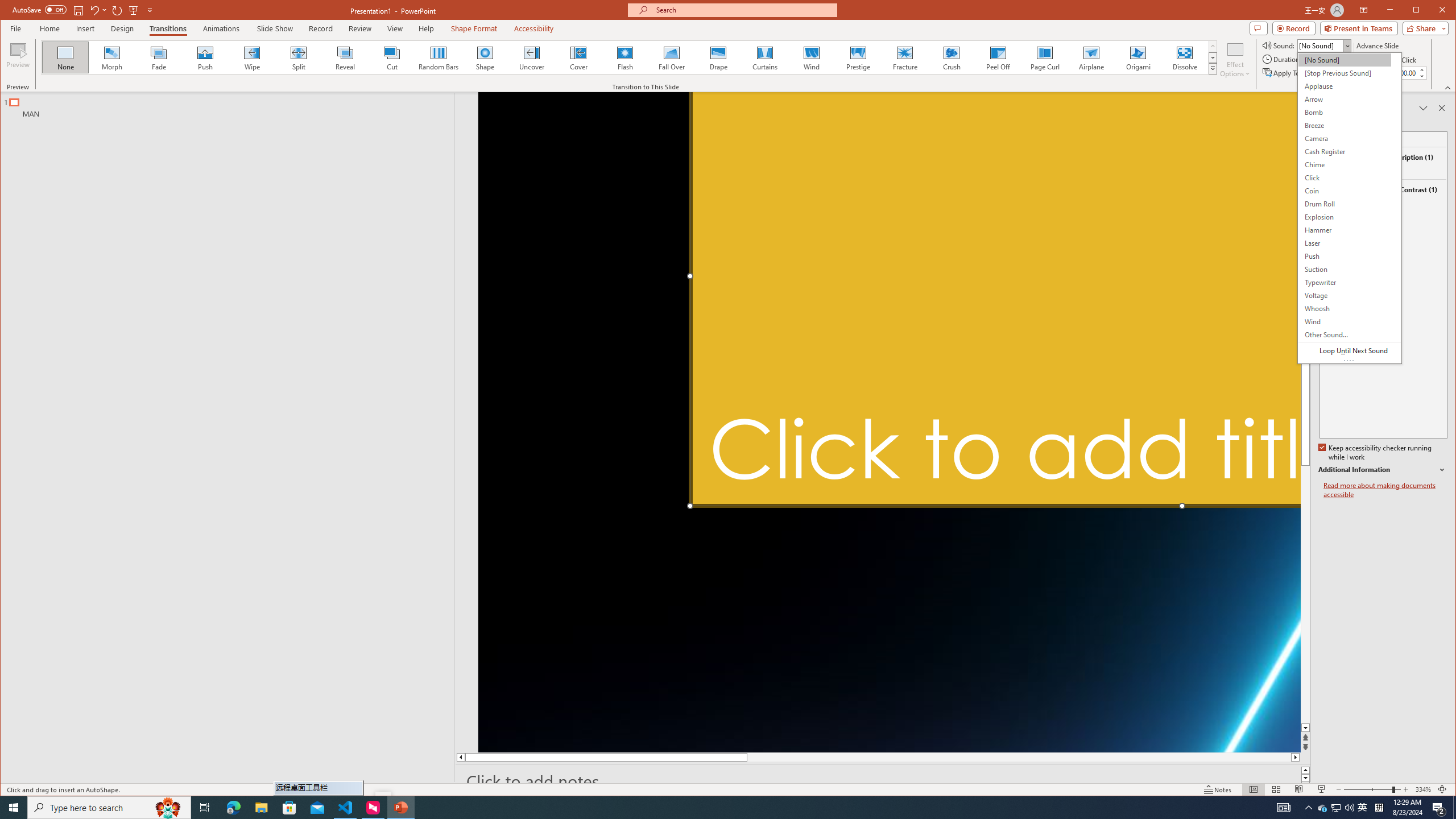  I want to click on 'Visual Studio Code - 1 running window', so click(345, 806).